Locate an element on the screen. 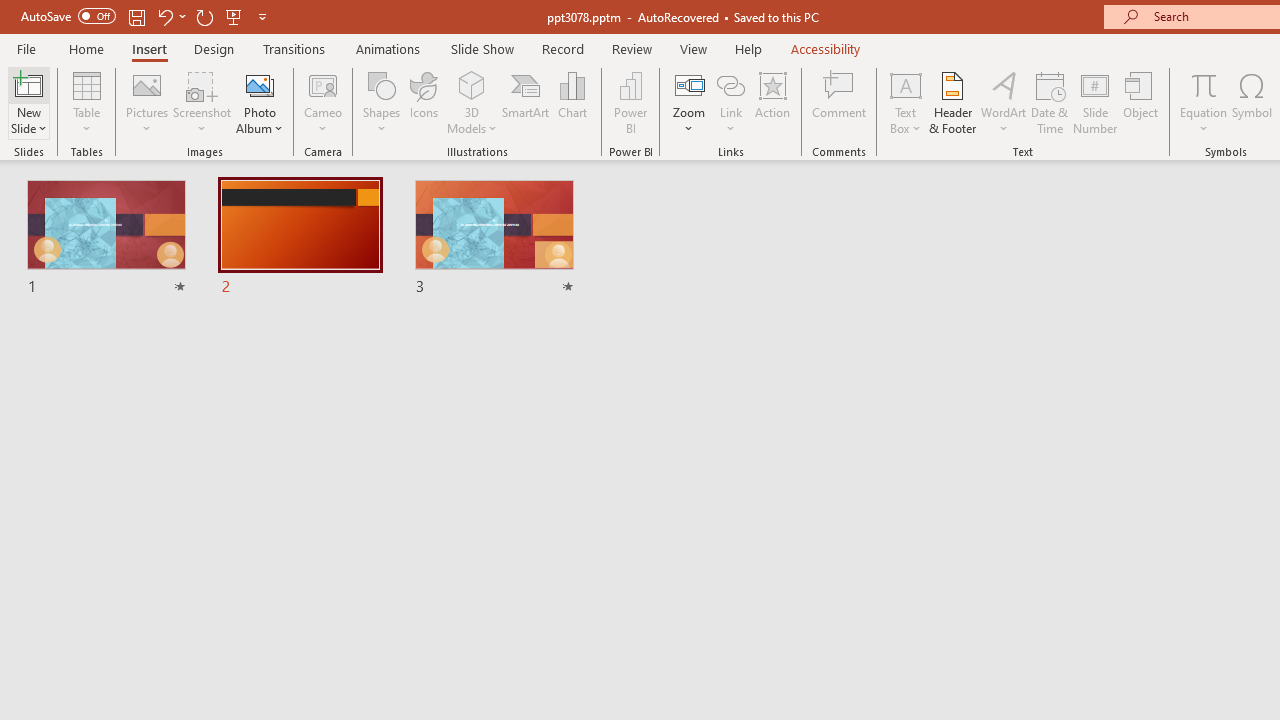 The width and height of the screenshot is (1280, 720). 'Link' is located at coordinates (730, 84).